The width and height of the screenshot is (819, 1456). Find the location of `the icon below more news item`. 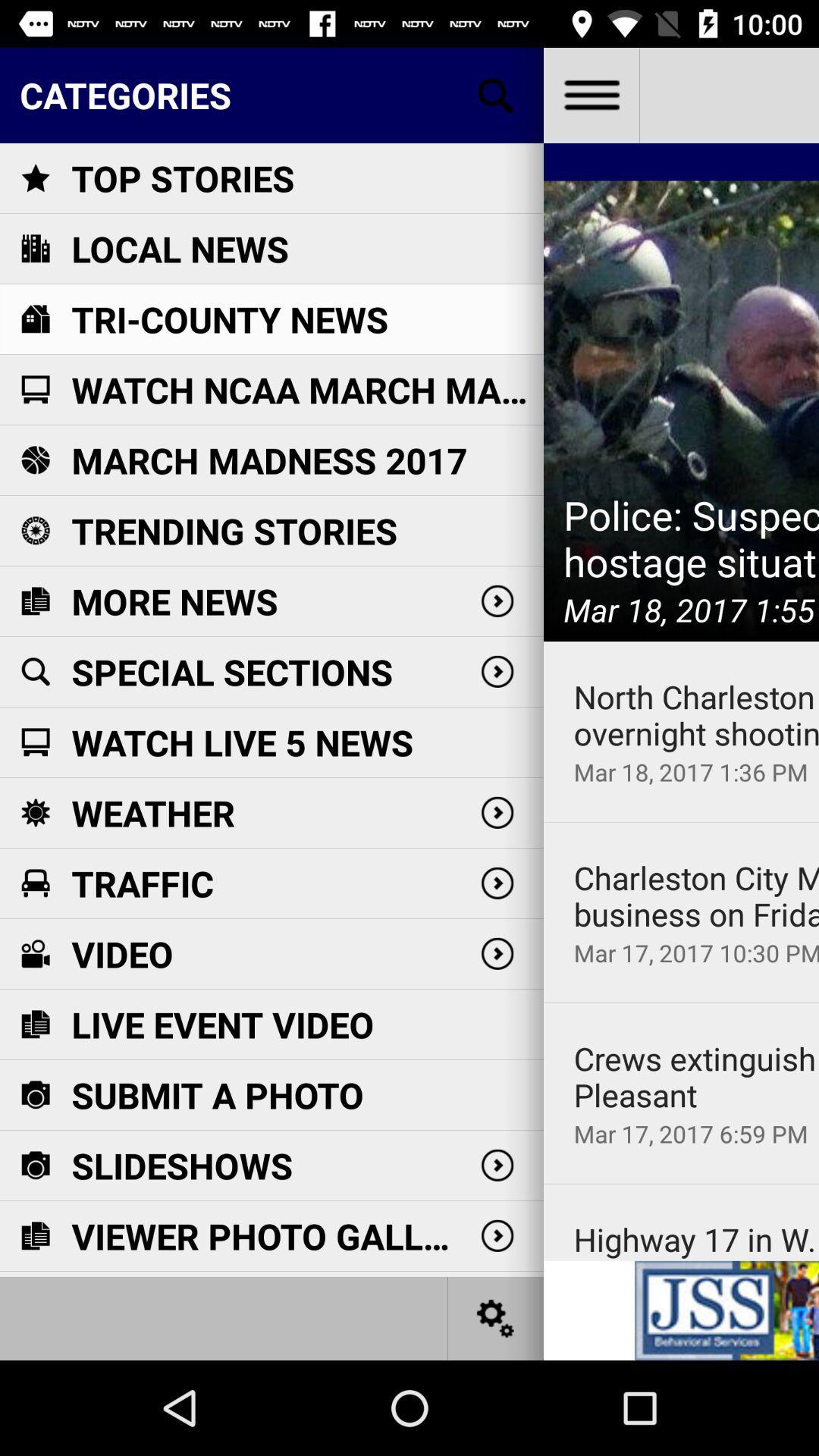

the icon below more news item is located at coordinates (232, 671).